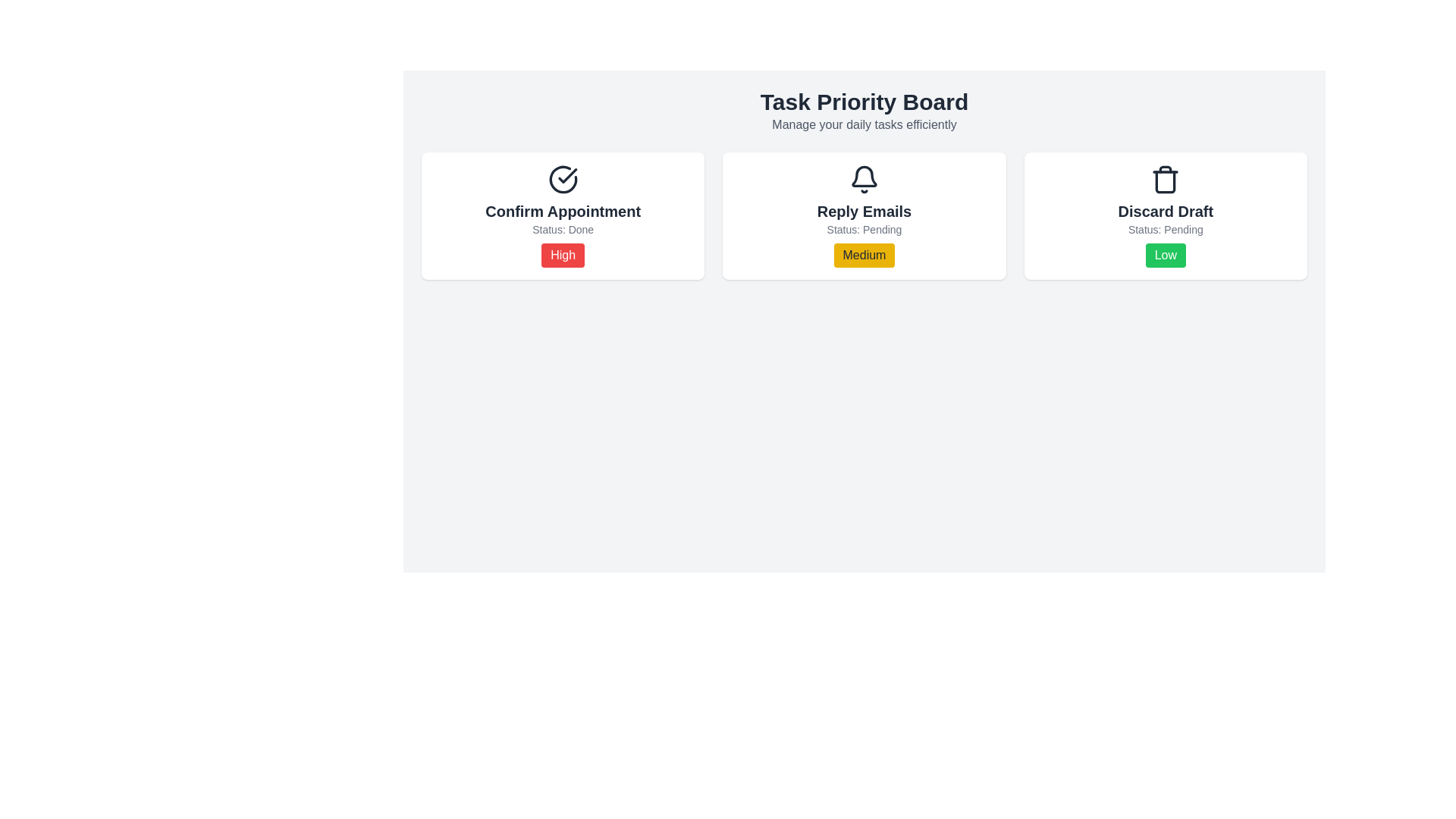  What do you see at coordinates (864, 124) in the screenshot?
I see `the Text label that provides context for the Task Priority Board, located centrally beneath the title` at bounding box center [864, 124].